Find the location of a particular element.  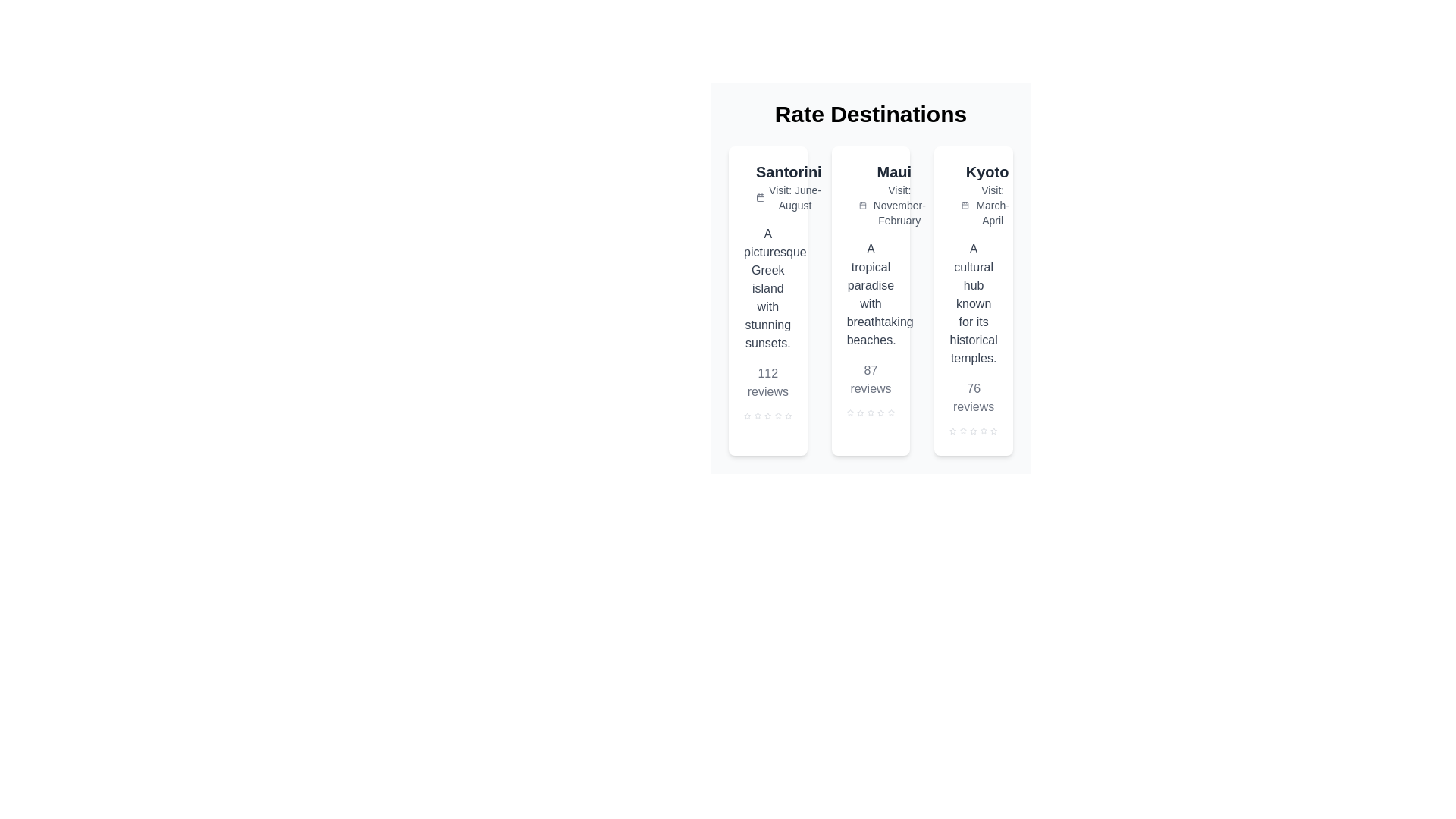

informational text block containing 'Kyoto' and 'Visit: March-April' located in the third column under the 'Rate Destinations' title is located at coordinates (987, 194).